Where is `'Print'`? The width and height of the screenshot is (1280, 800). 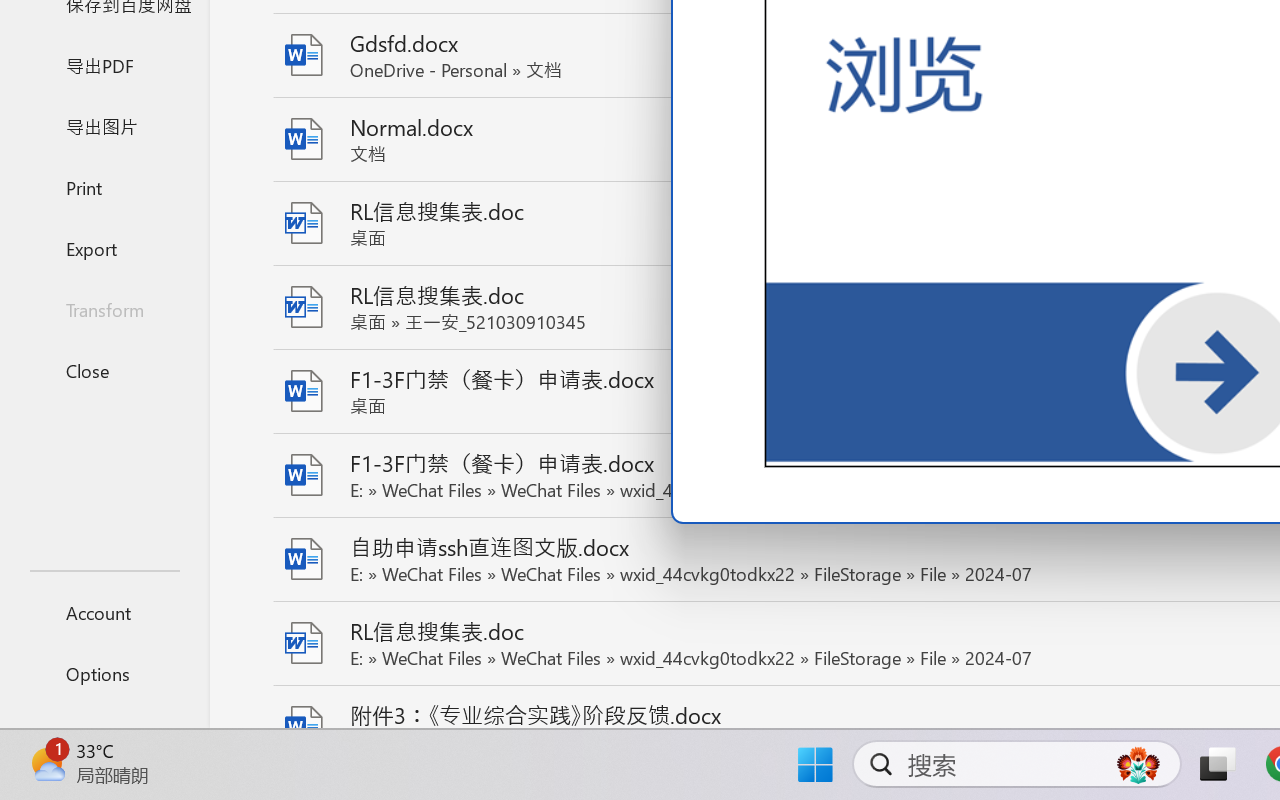 'Print' is located at coordinates (103, 186).